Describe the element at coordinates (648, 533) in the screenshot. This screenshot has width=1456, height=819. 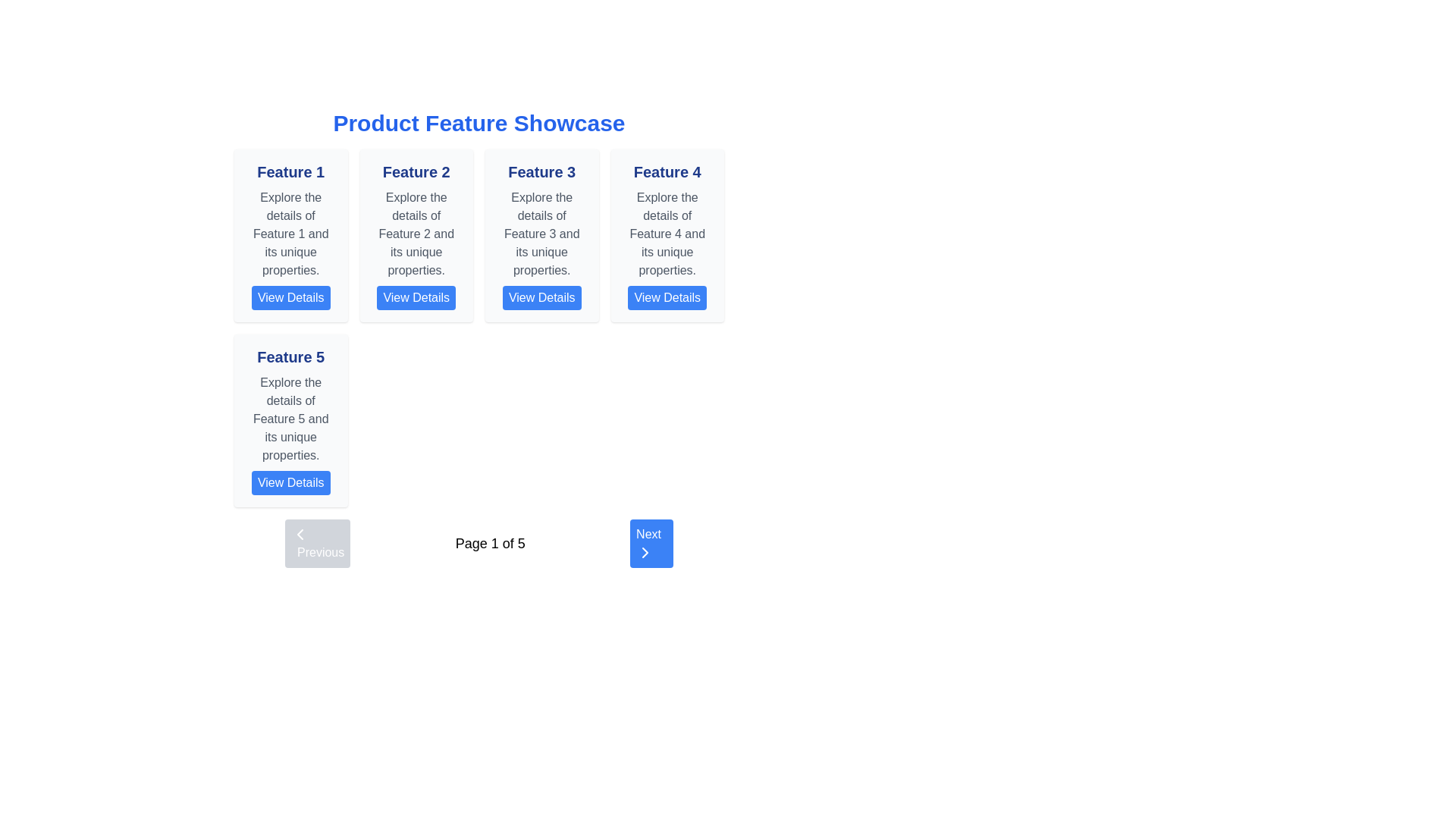
I see `the 'Next' text label which is styled with white font on a blue button, located at the bottom-right corner of the interface` at that location.